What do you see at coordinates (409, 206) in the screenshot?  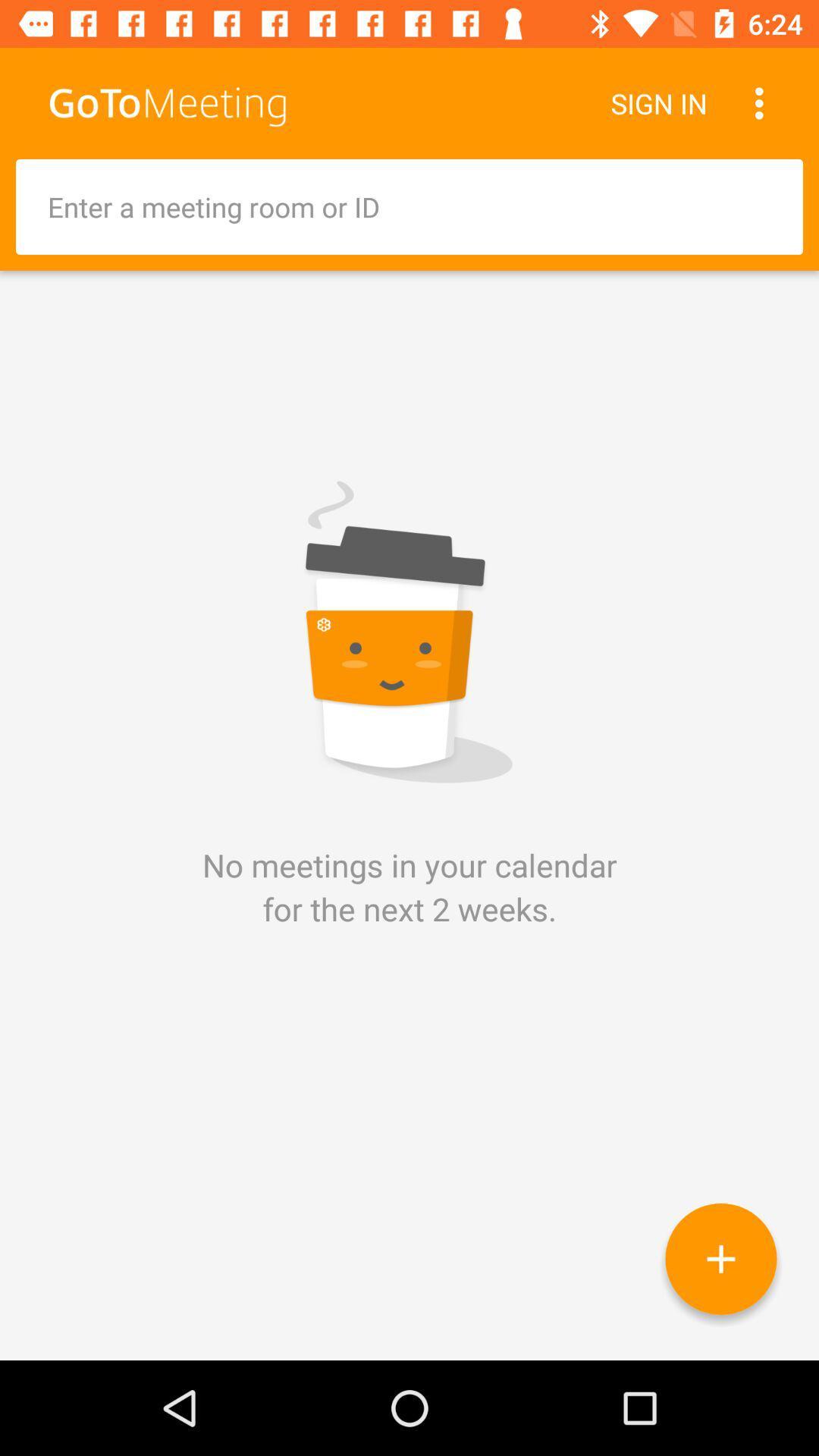 I see `item above no meetings in icon` at bounding box center [409, 206].